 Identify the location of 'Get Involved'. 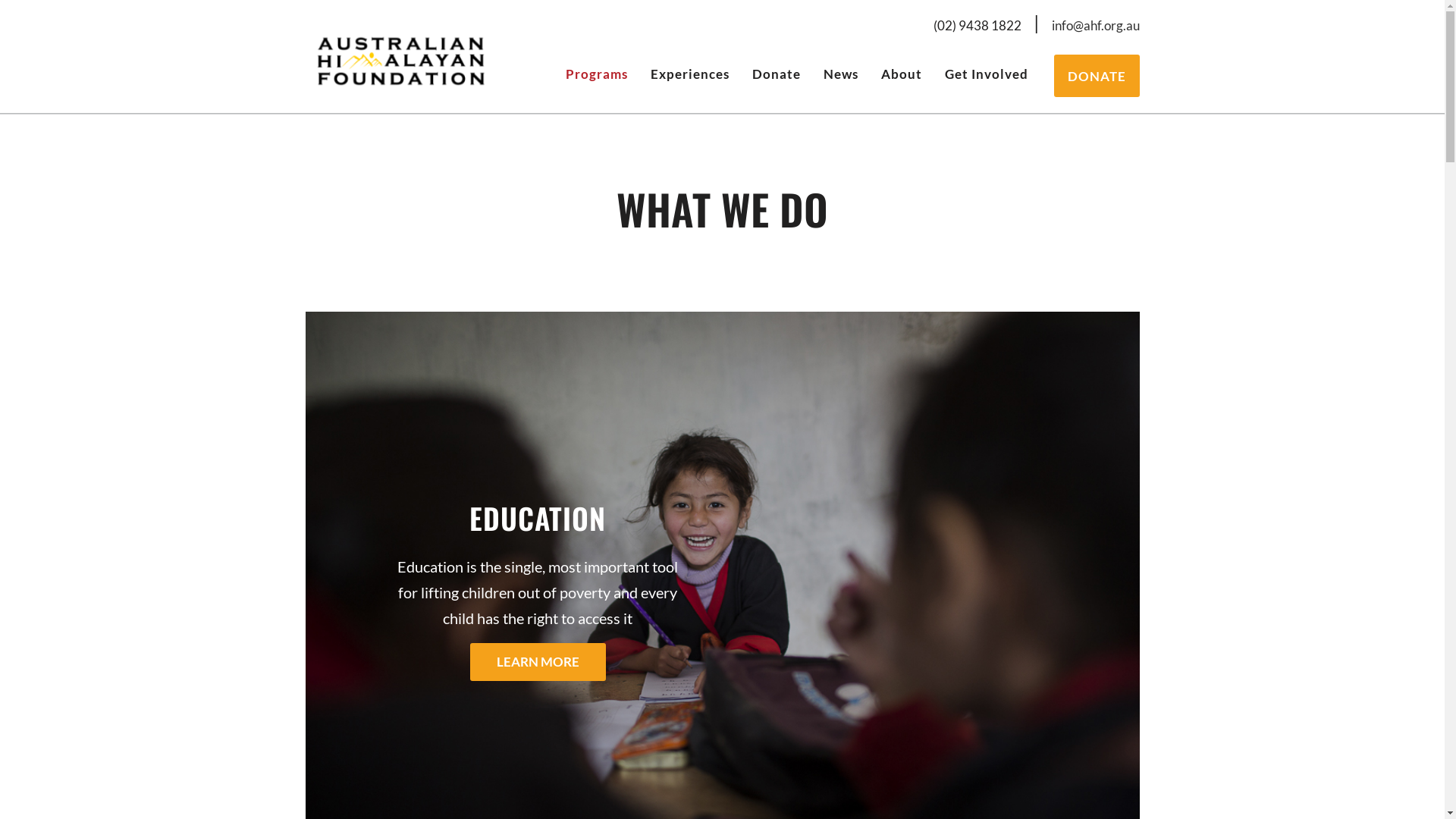
(986, 73).